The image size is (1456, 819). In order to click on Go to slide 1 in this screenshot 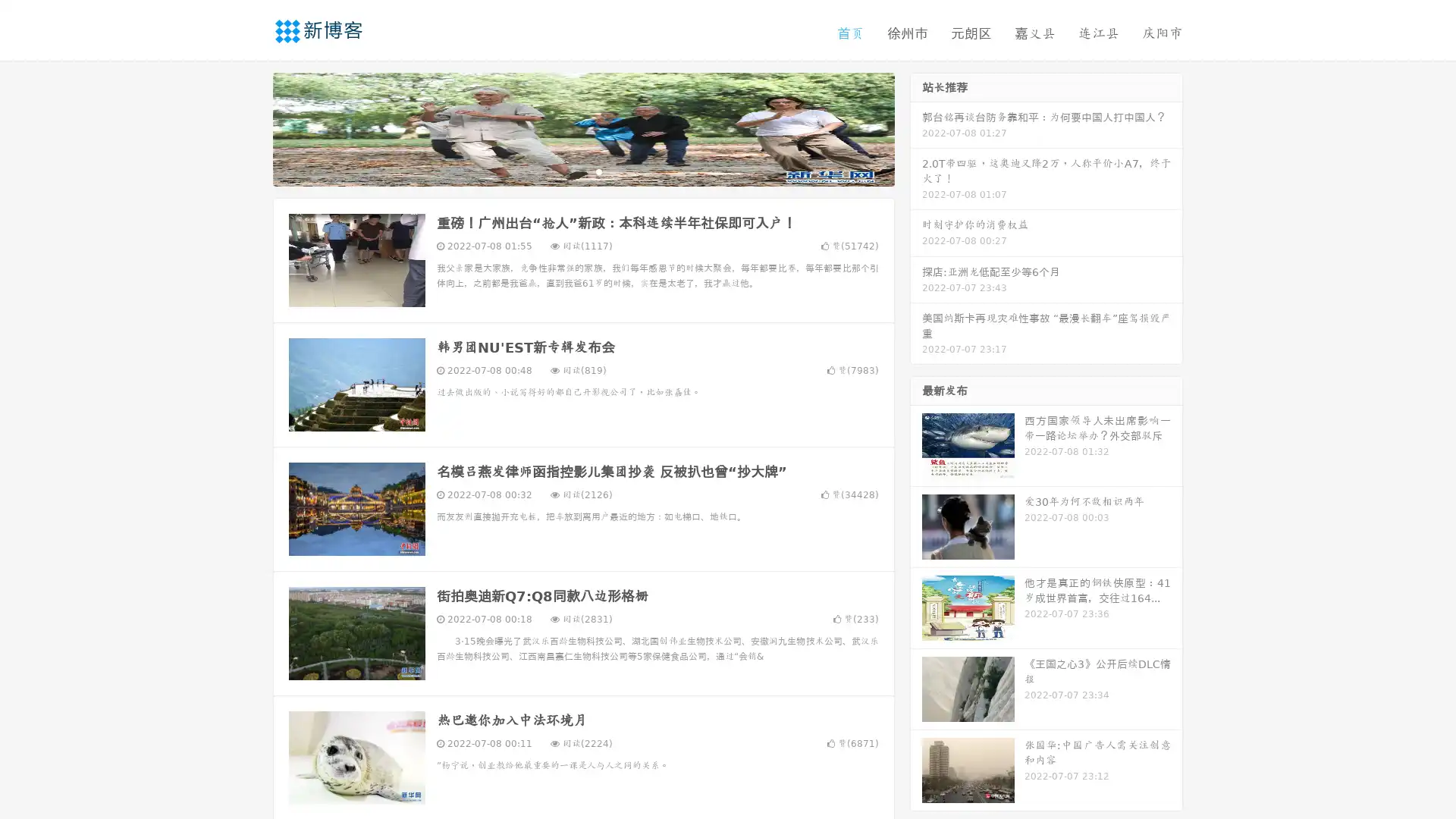, I will do `click(567, 171)`.